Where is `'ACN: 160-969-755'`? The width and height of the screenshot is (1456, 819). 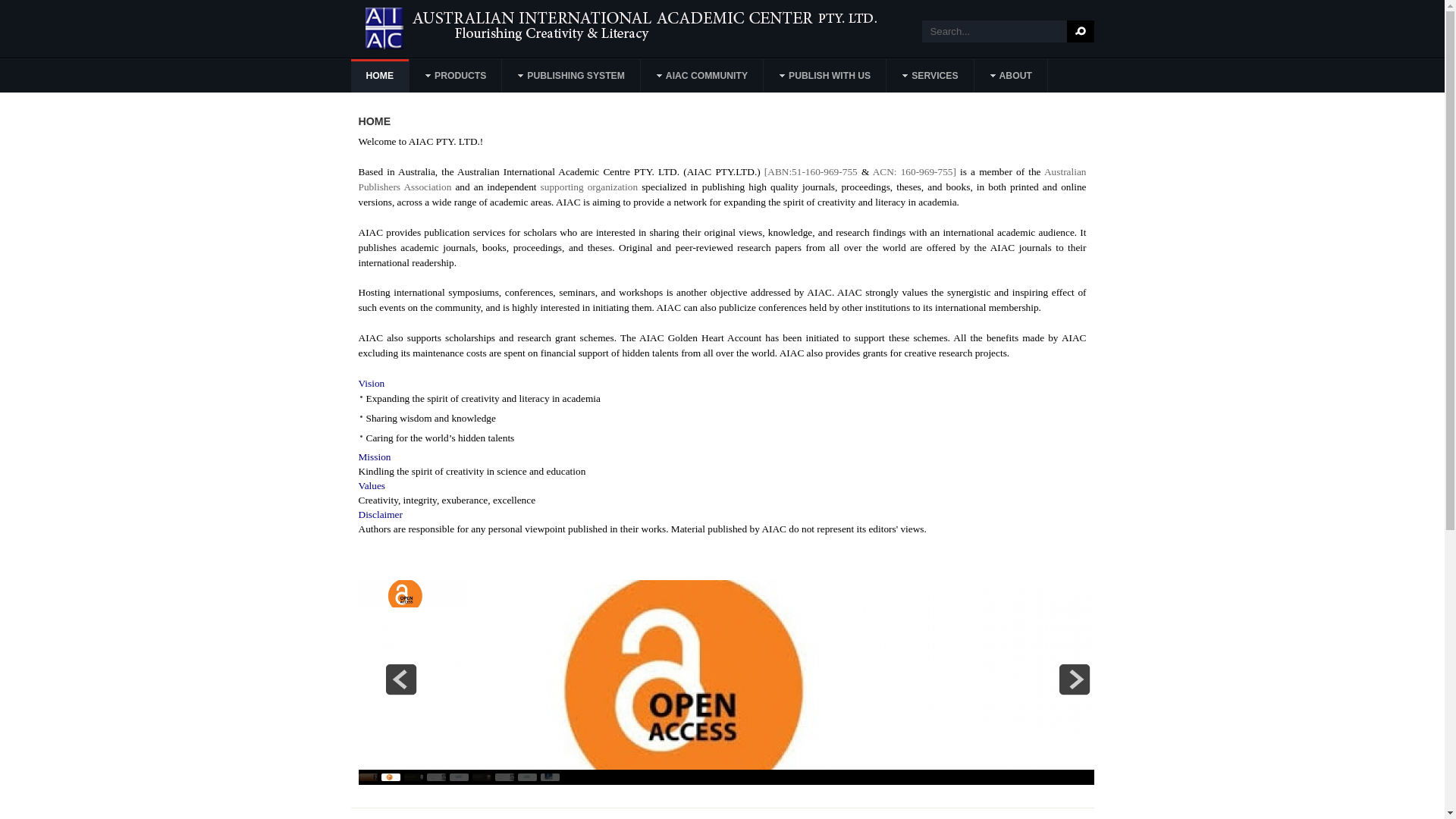
'ACN: 160-969-755' is located at coordinates (912, 171).